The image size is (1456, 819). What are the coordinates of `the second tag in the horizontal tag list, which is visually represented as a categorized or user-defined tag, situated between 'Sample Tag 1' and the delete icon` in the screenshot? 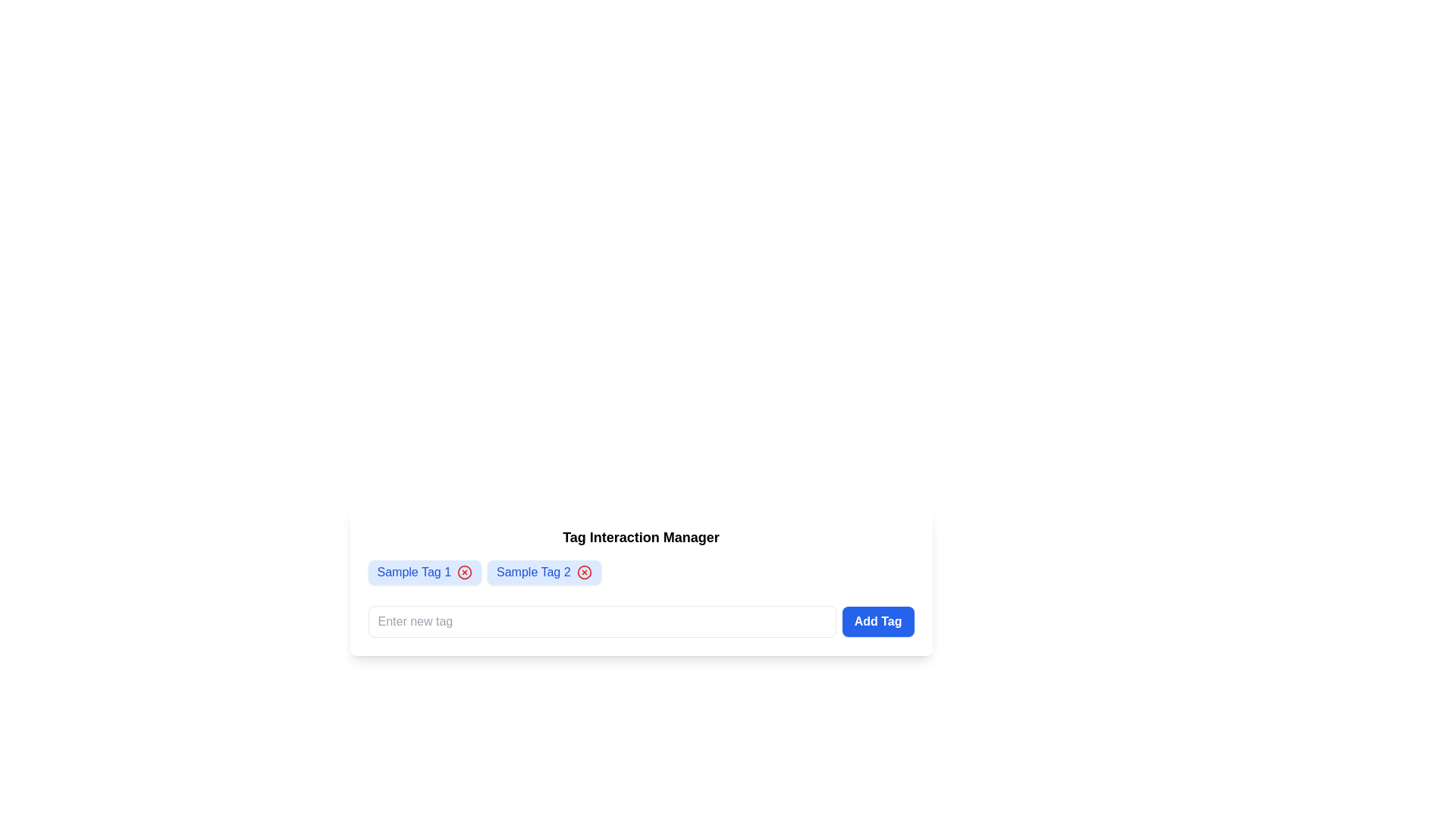 It's located at (533, 573).